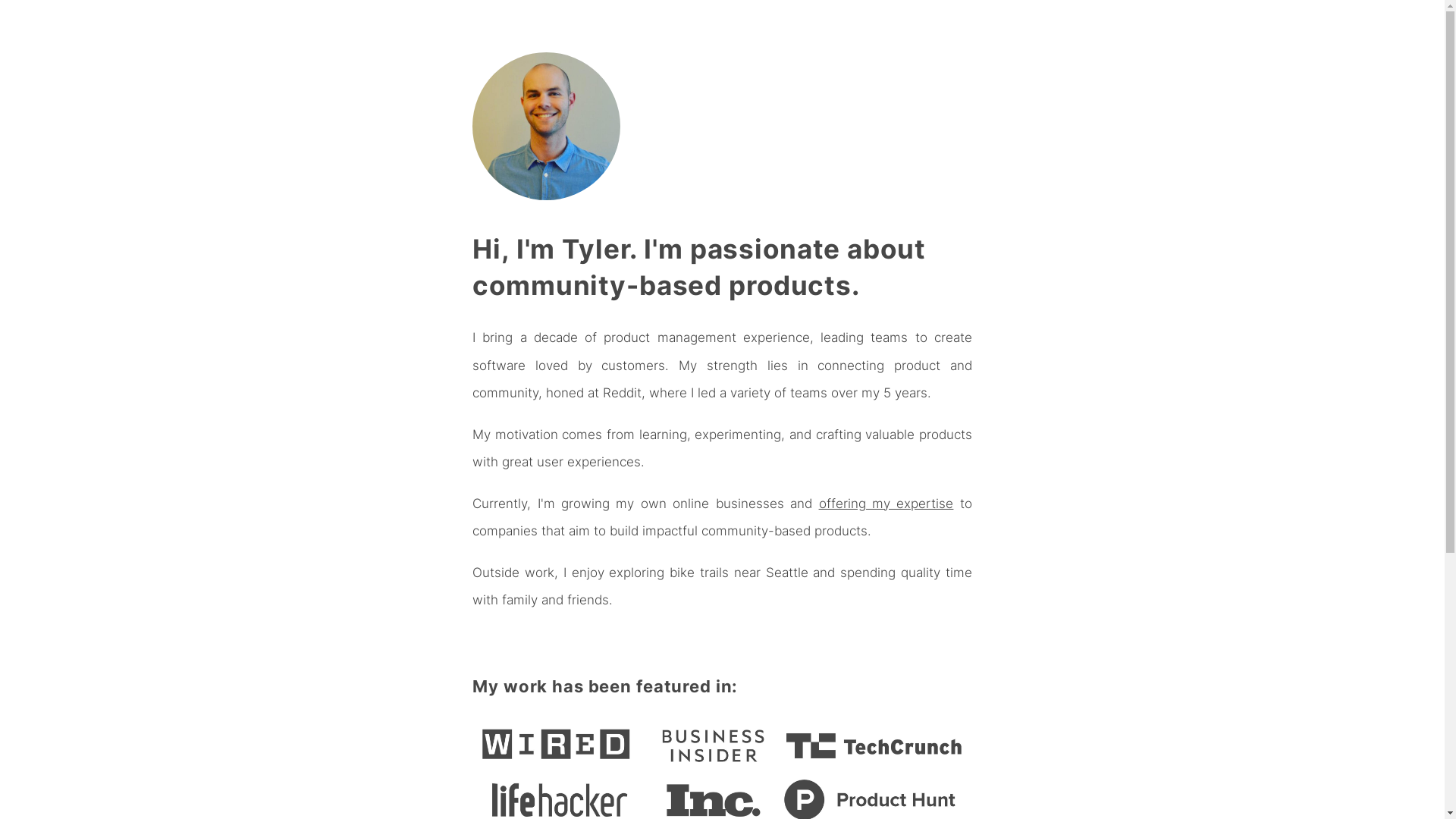 The width and height of the screenshot is (1456, 819). Describe the element at coordinates (818, 503) in the screenshot. I see `'offering my expertise'` at that location.